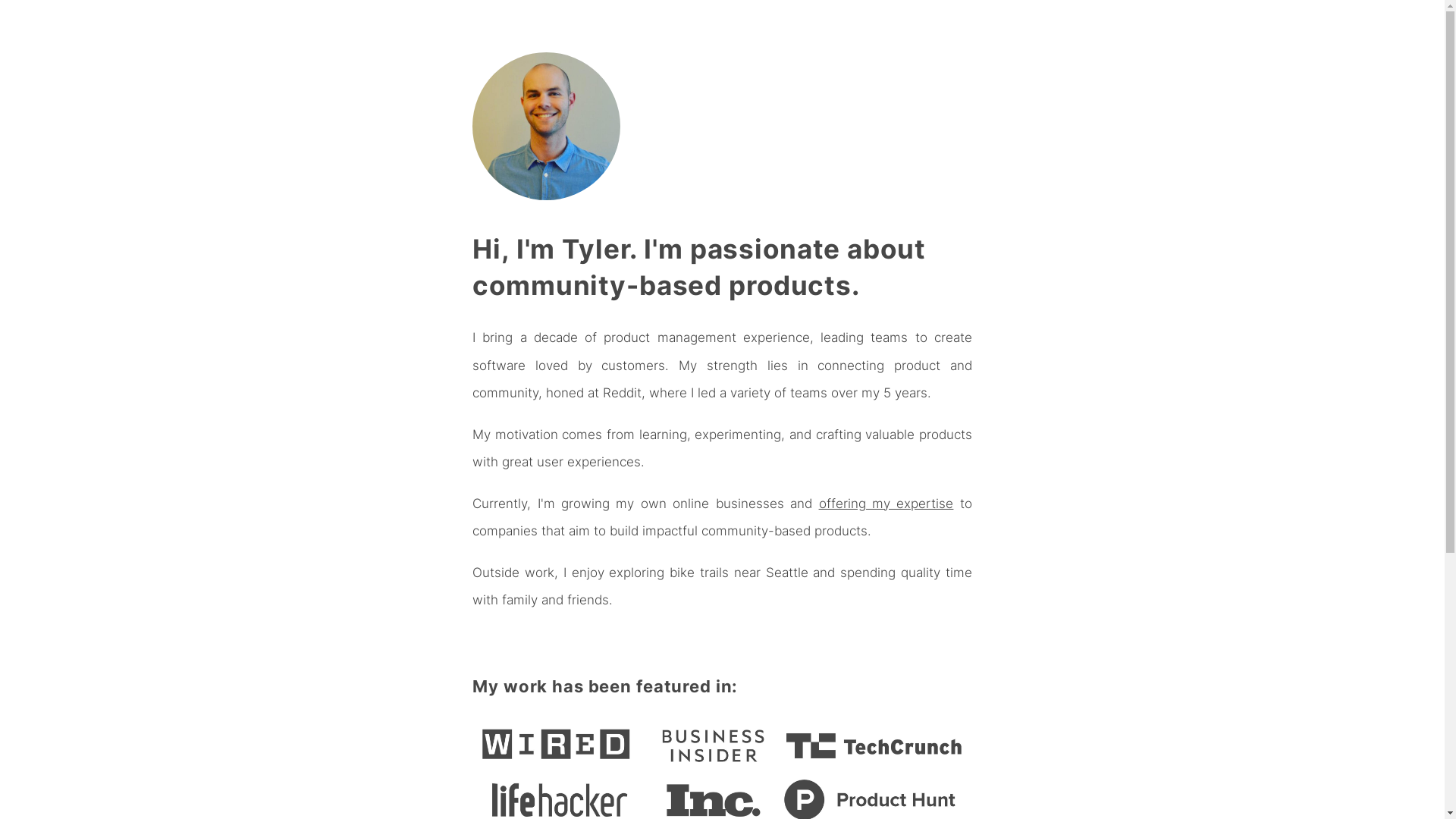 The width and height of the screenshot is (1456, 819). Describe the element at coordinates (818, 503) in the screenshot. I see `'offering my expertise'` at that location.